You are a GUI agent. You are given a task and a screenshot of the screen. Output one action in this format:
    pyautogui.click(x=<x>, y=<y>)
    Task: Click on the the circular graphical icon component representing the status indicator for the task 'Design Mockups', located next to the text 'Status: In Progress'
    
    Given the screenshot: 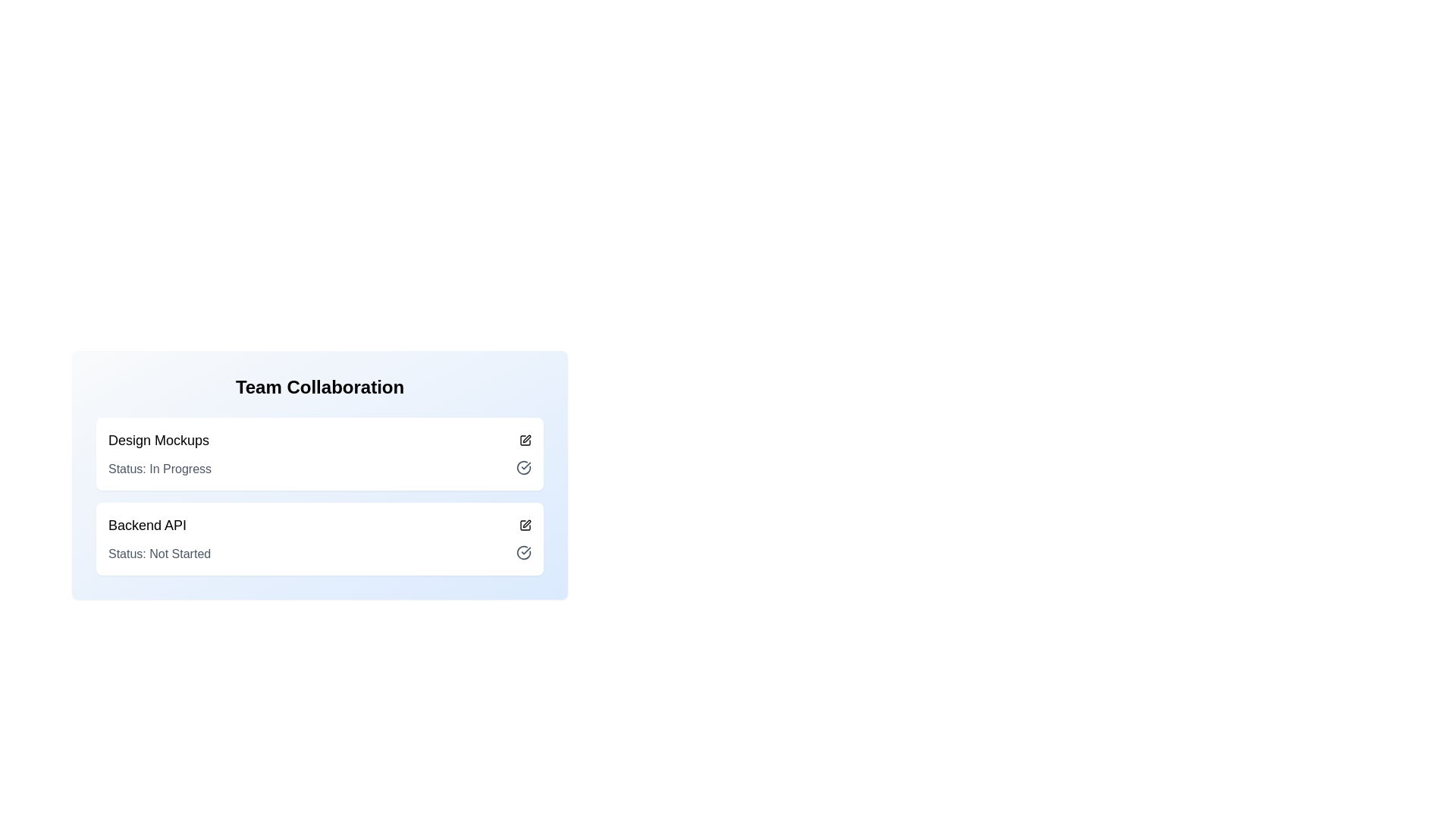 What is the action you would take?
    pyautogui.click(x=524, y=467)
    